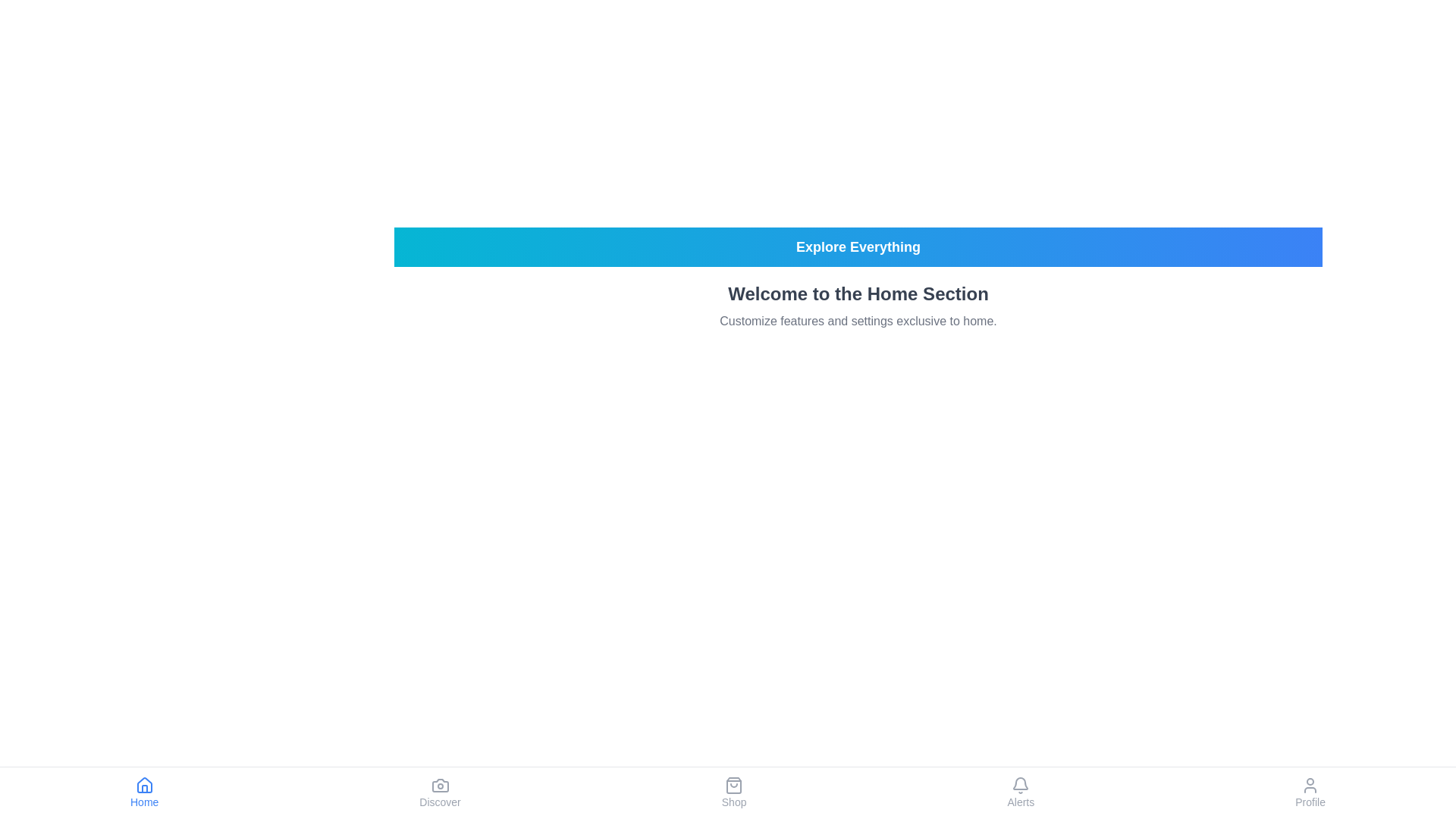 This screenshot has height=819, width=1456. What do you see at coordinates (1021, 792) in the screenshot?
I see `the Alerts tab in the footer` at bounding box center [1021, 792].